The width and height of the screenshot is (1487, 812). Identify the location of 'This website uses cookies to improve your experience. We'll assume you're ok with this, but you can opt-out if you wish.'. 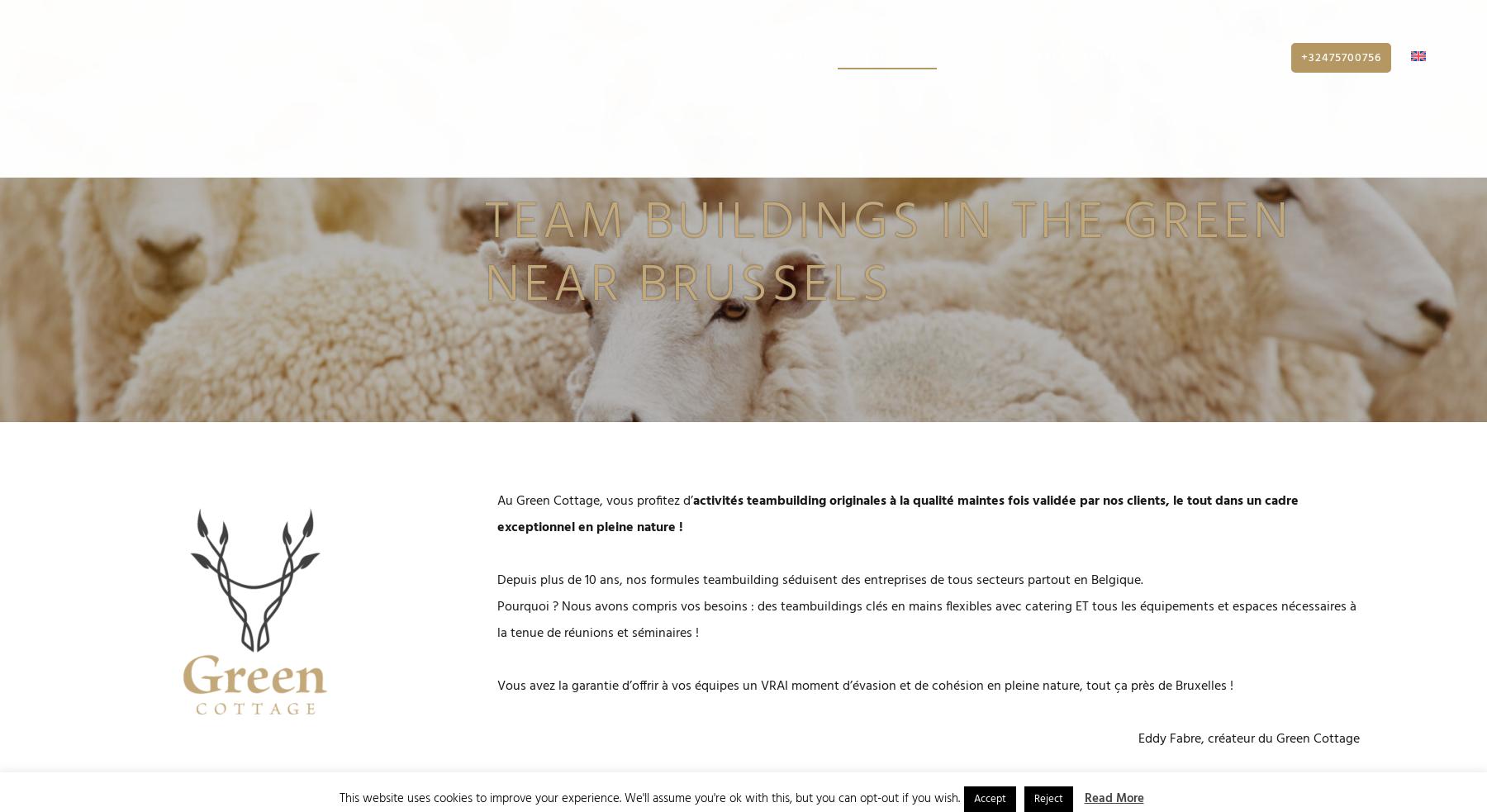
(648, 798).